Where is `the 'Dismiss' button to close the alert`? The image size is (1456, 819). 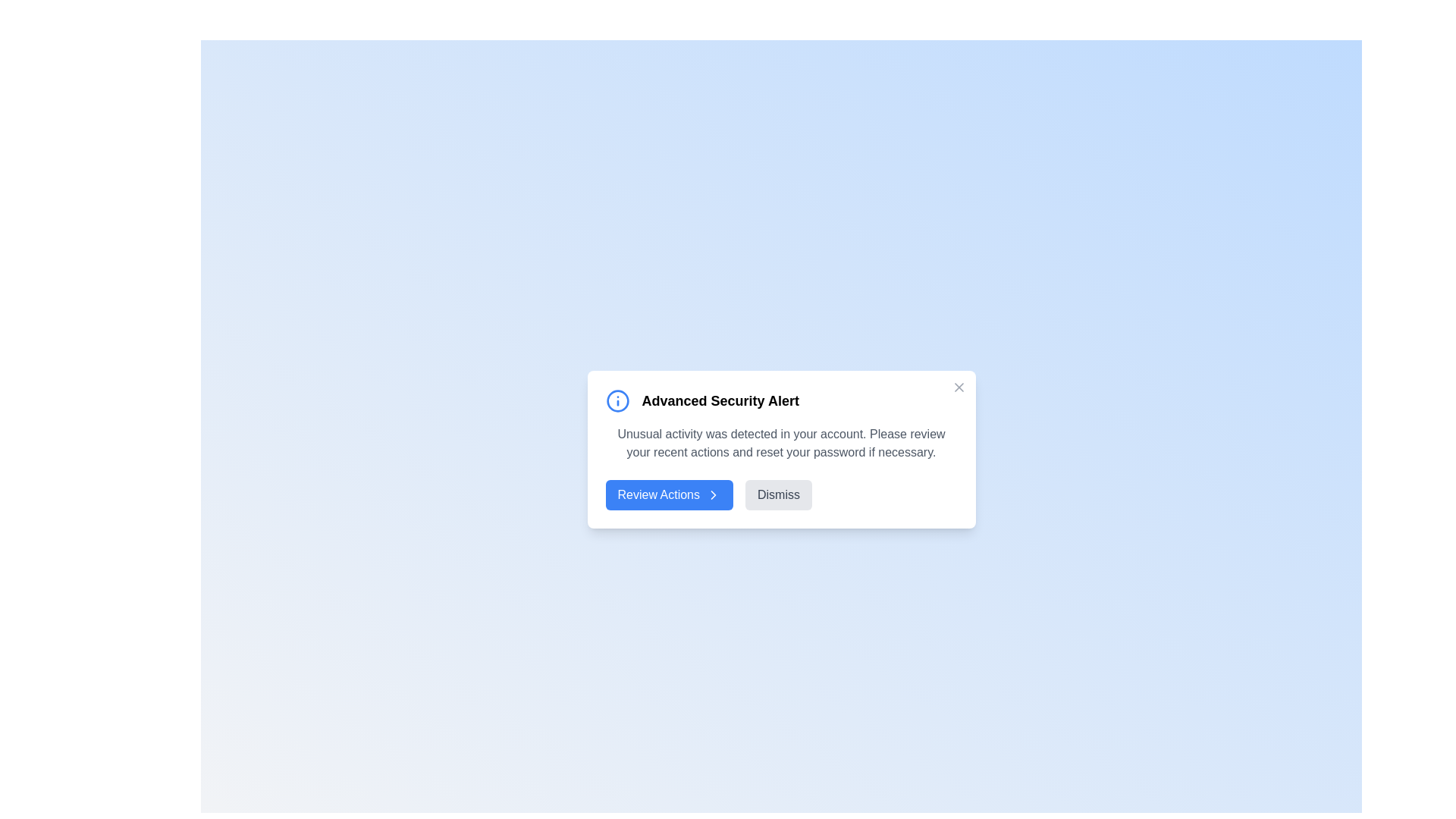
the 'Dismiss' button to close the alert is located at coordinates (779, 494).